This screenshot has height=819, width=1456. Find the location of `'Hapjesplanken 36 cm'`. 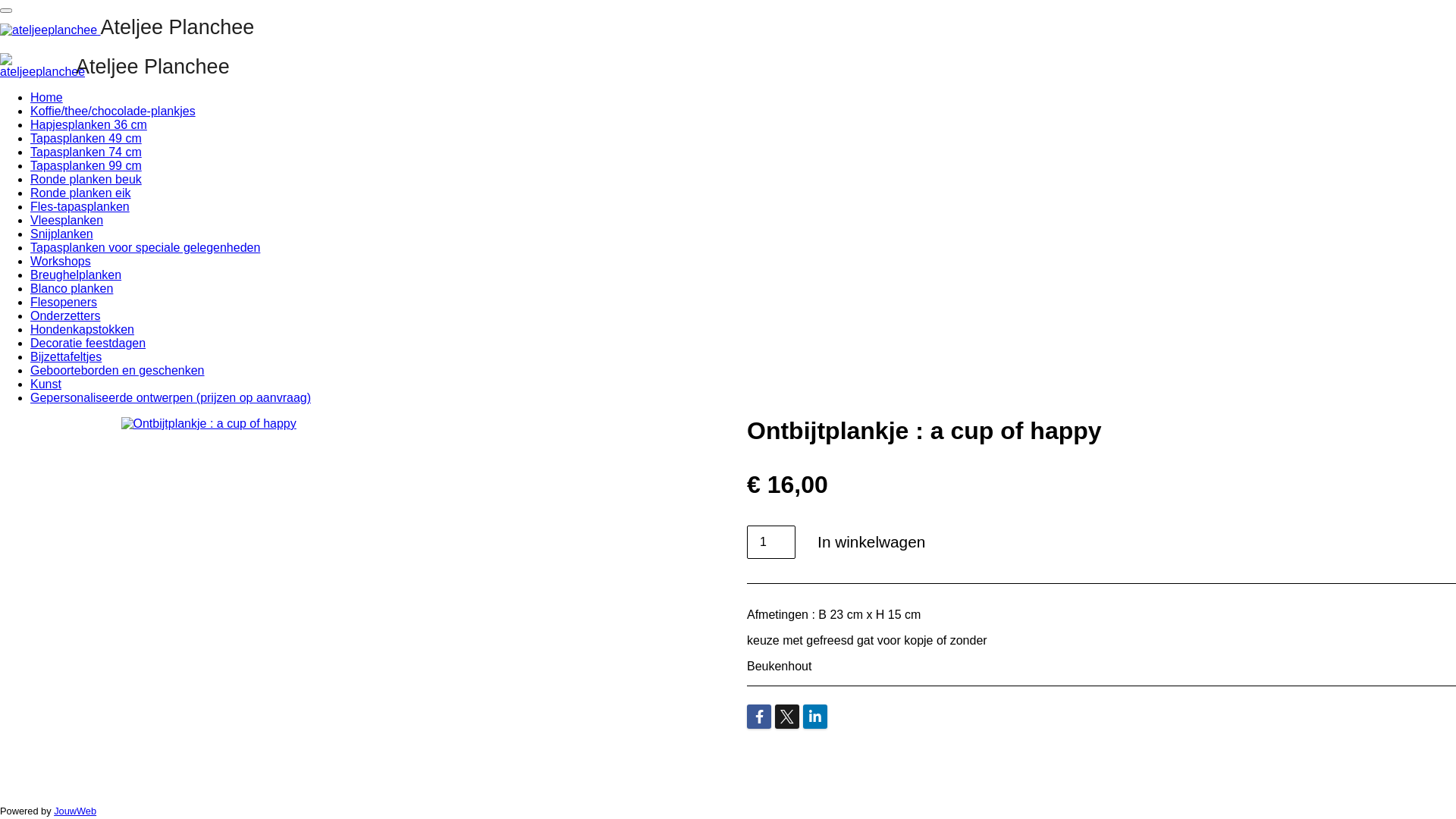

'Hapjesplanken 36 cm' is located at coordinates (87, 124).